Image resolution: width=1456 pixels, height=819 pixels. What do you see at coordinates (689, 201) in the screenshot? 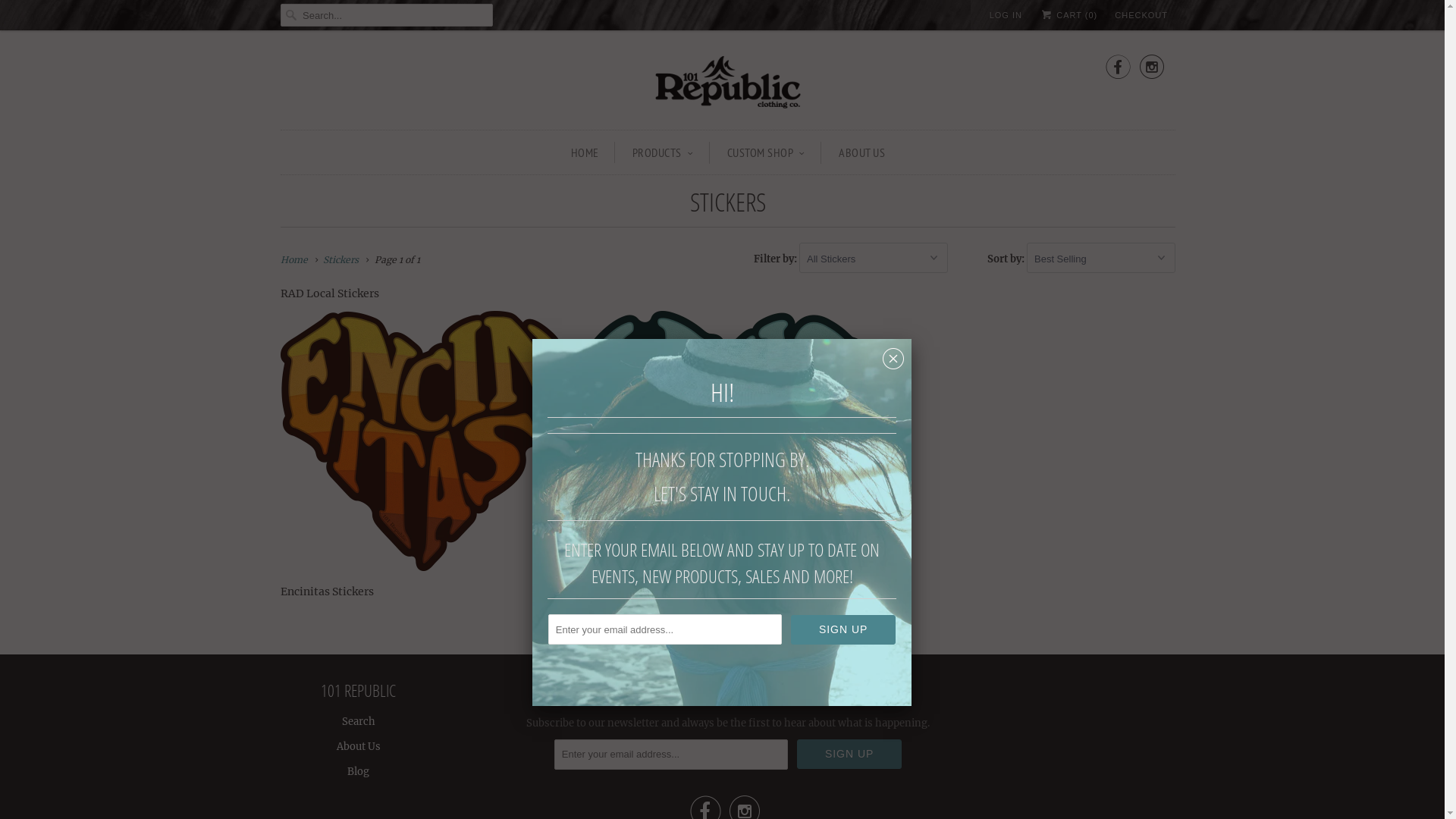
I see `'STICKERS'` at bounding box center [689, 201].